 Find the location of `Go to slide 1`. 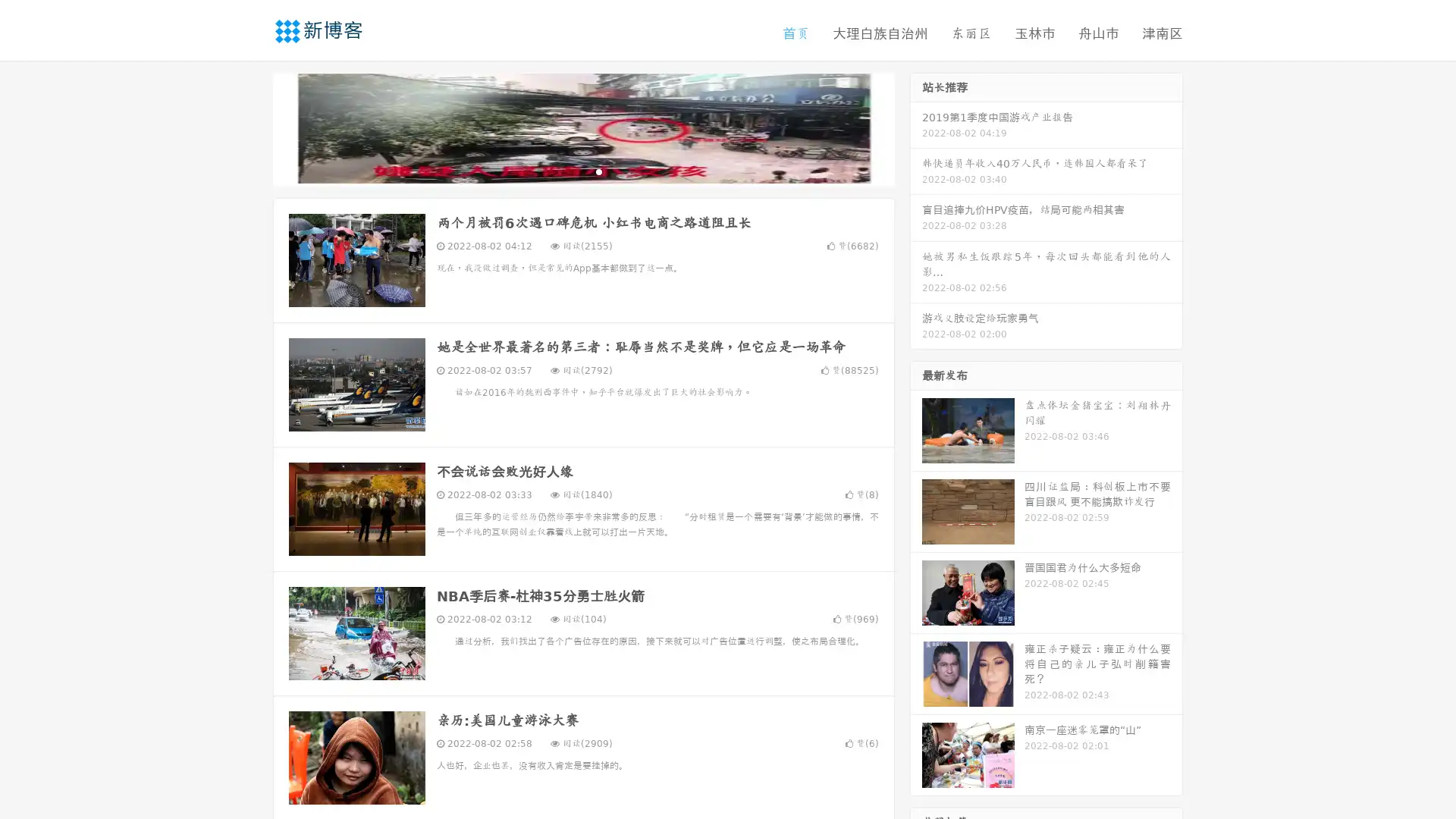

Go to slide 1 is located at coordinates (567, 171).